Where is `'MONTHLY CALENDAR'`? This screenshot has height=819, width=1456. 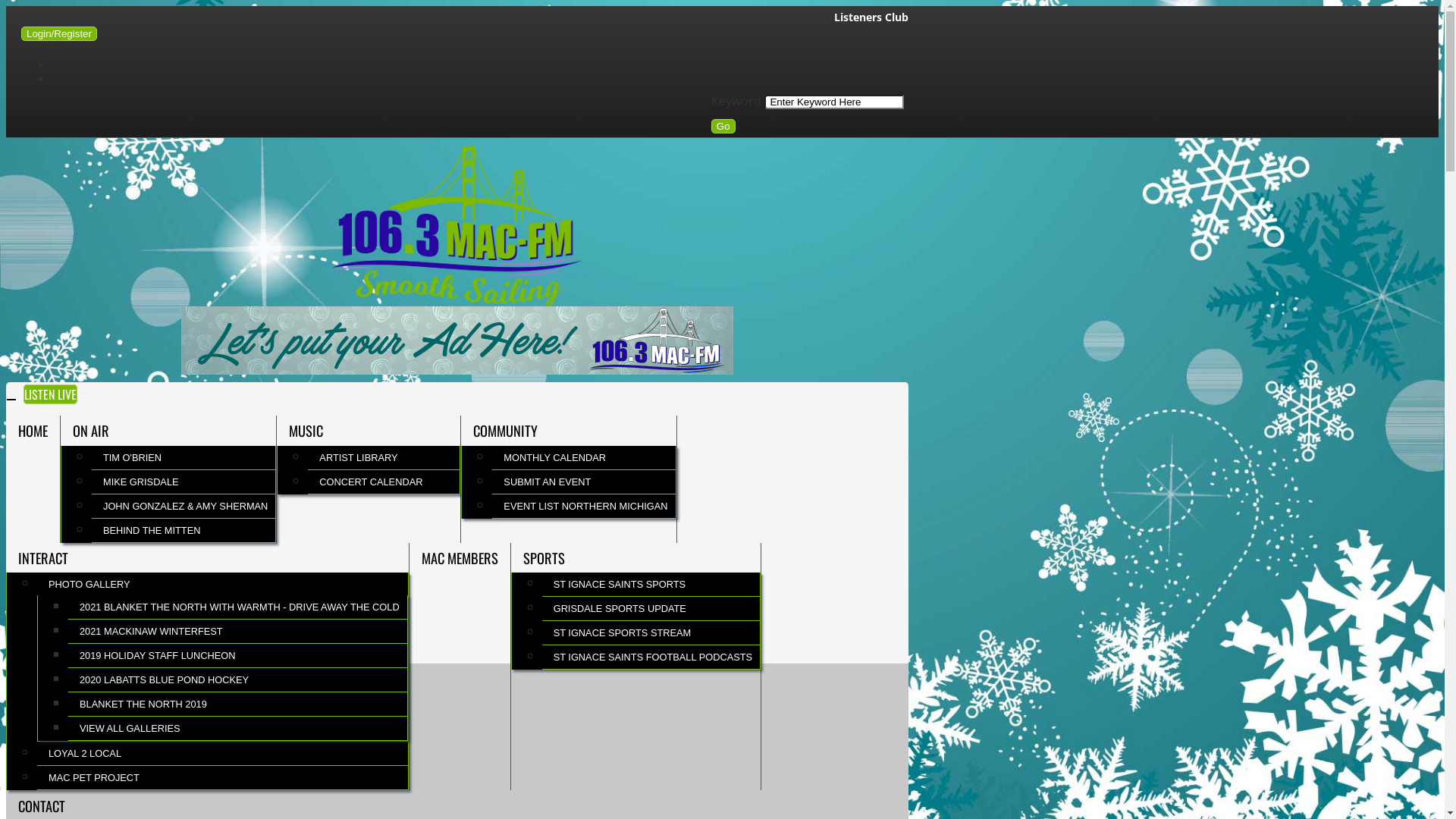
'MONTHLY CALENDAR' is located at coordinates (491, 457).